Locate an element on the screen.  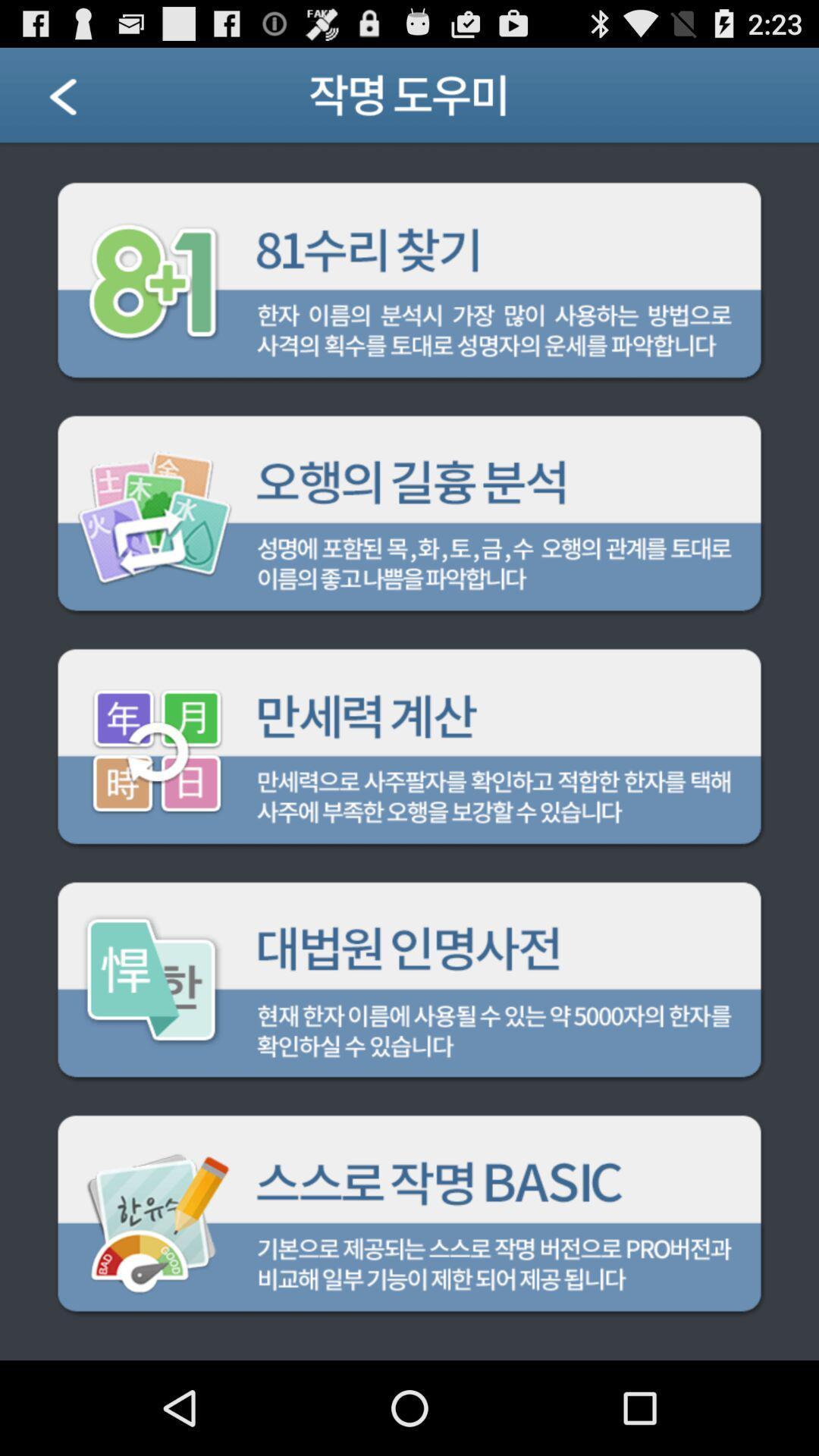
previous page is located at coordinates (82, 100).